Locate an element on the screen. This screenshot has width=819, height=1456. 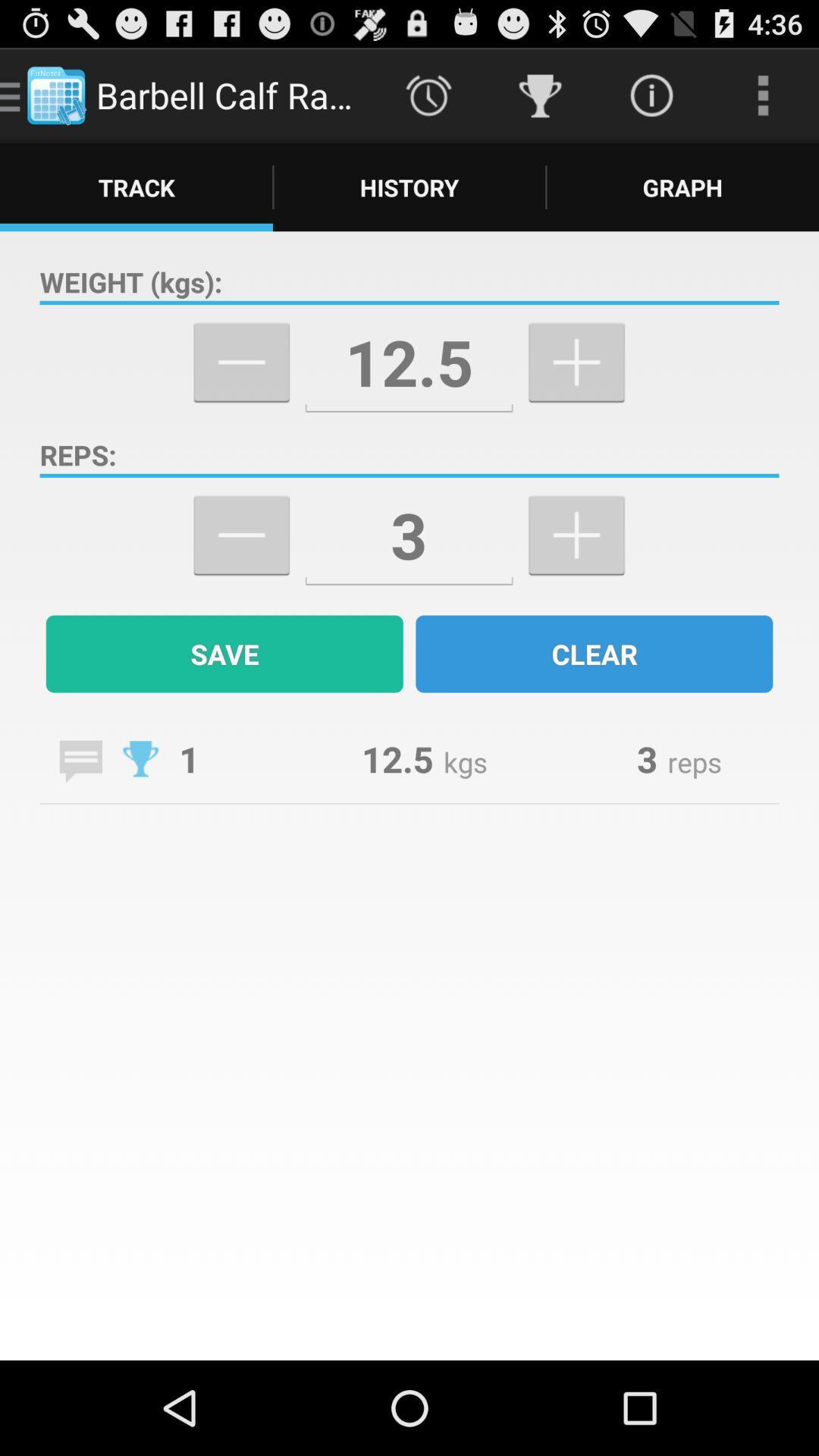
the add icon is located at coordinates (576, 388).